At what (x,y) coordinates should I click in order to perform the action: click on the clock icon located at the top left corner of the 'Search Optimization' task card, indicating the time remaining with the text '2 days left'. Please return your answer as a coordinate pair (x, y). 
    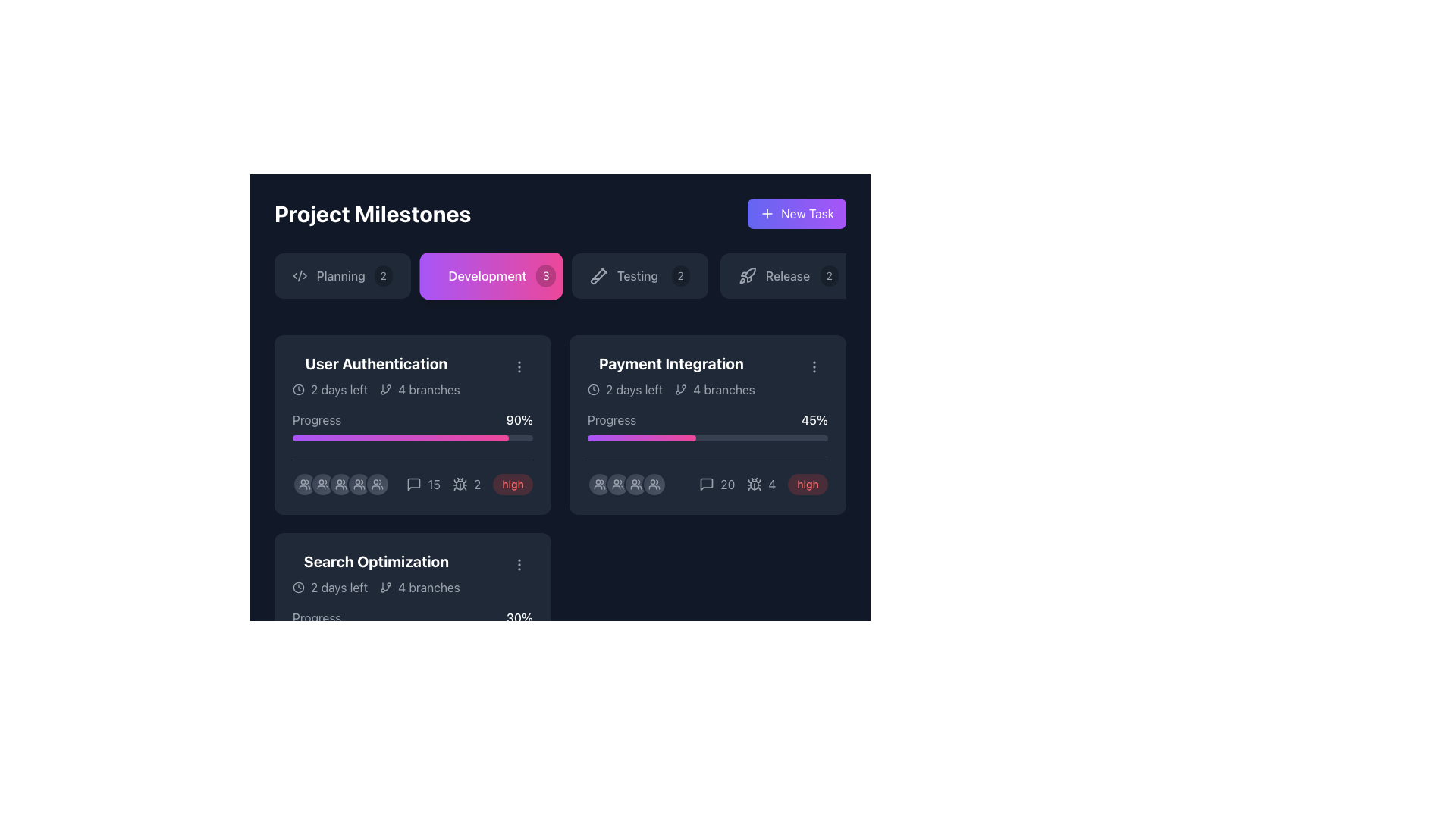
    Looking at the image, I should click on (298, 587).